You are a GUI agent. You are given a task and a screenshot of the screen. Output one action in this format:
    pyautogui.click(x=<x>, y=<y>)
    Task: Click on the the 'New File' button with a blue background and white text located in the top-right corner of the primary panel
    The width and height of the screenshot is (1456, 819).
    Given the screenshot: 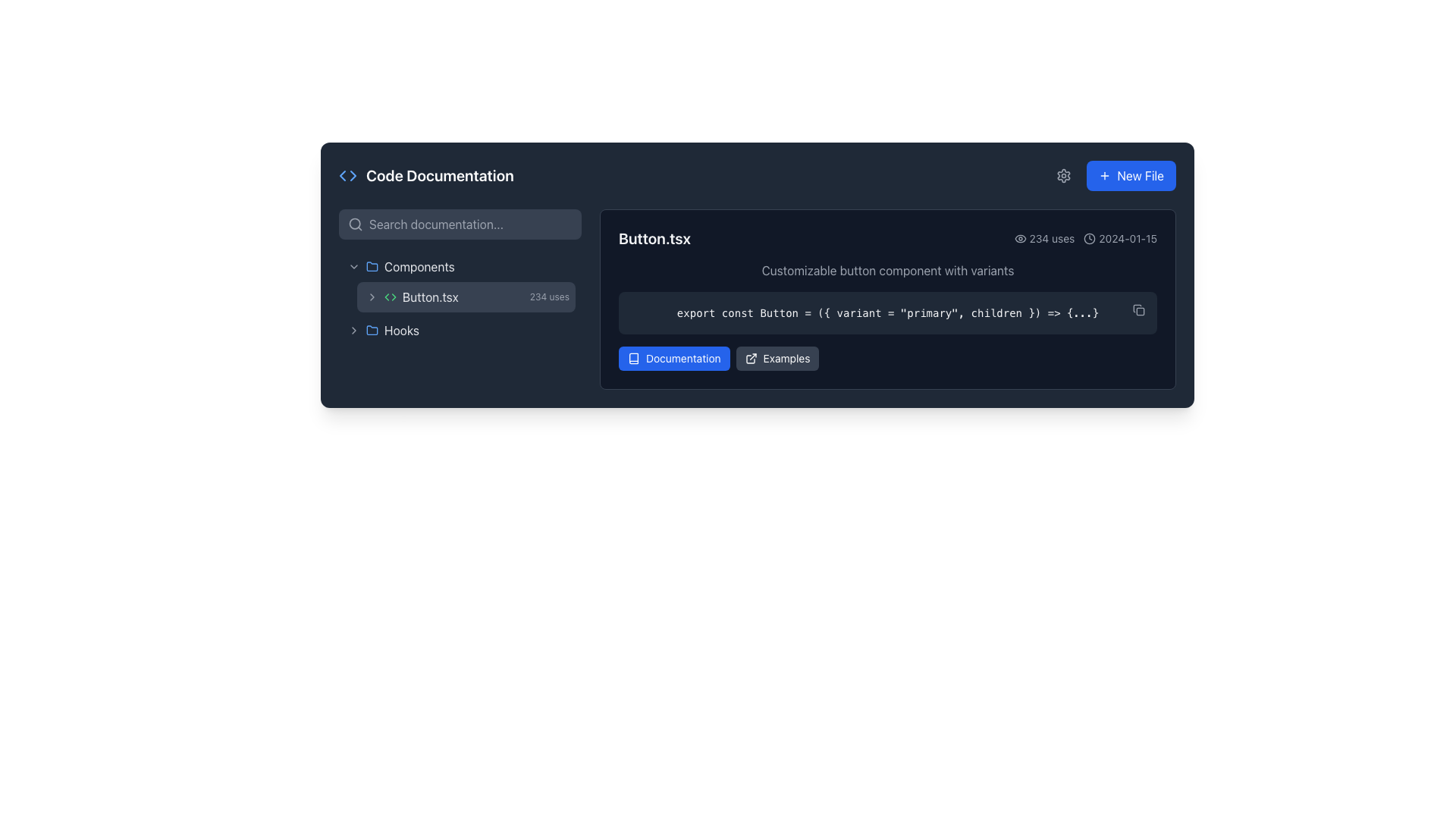 What is the action you would take?
    pyautogui.click(x=1131, y=174)
    